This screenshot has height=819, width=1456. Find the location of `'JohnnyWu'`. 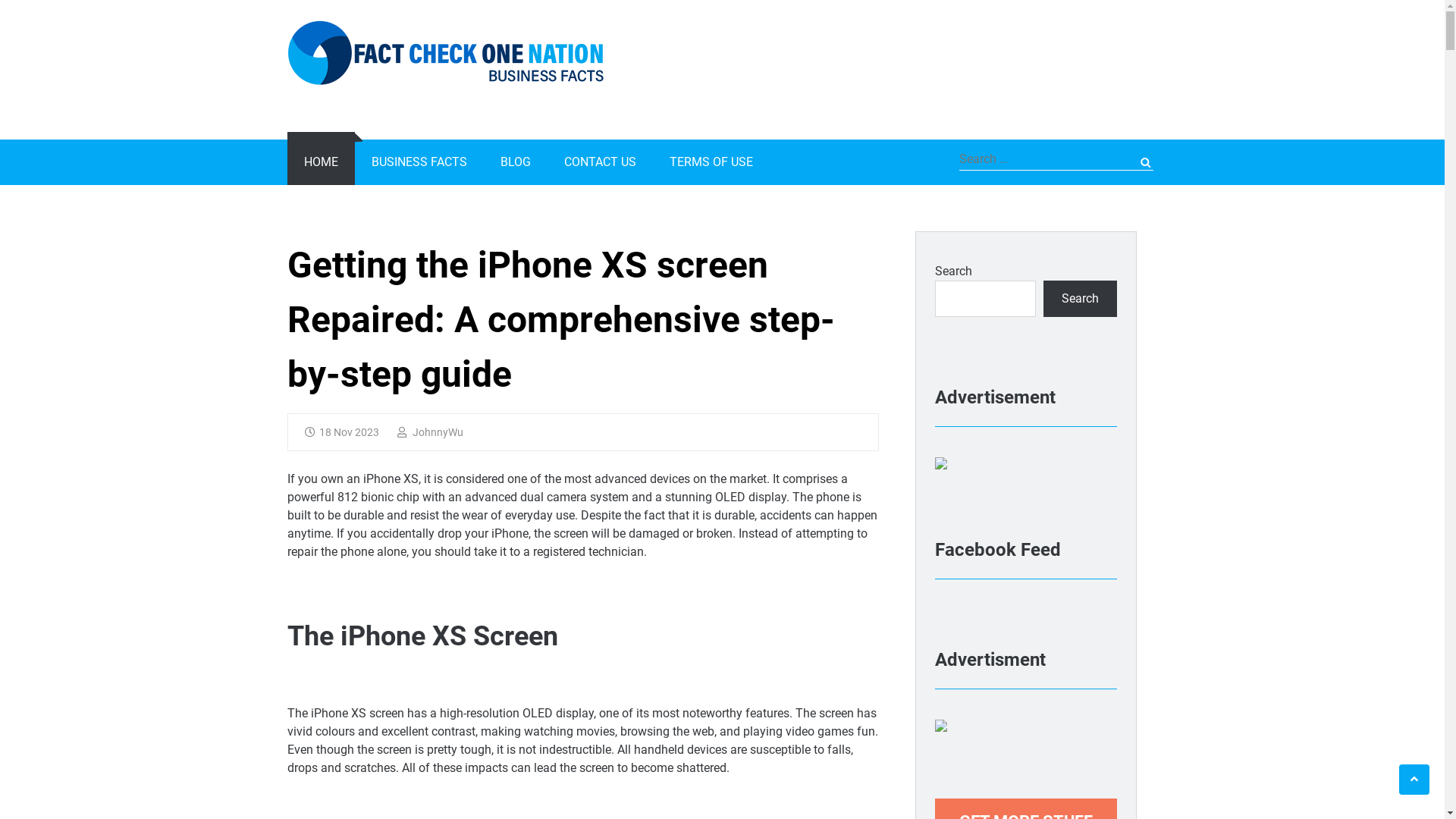

'JohnnyWu' is located at coordinates (429, 432).